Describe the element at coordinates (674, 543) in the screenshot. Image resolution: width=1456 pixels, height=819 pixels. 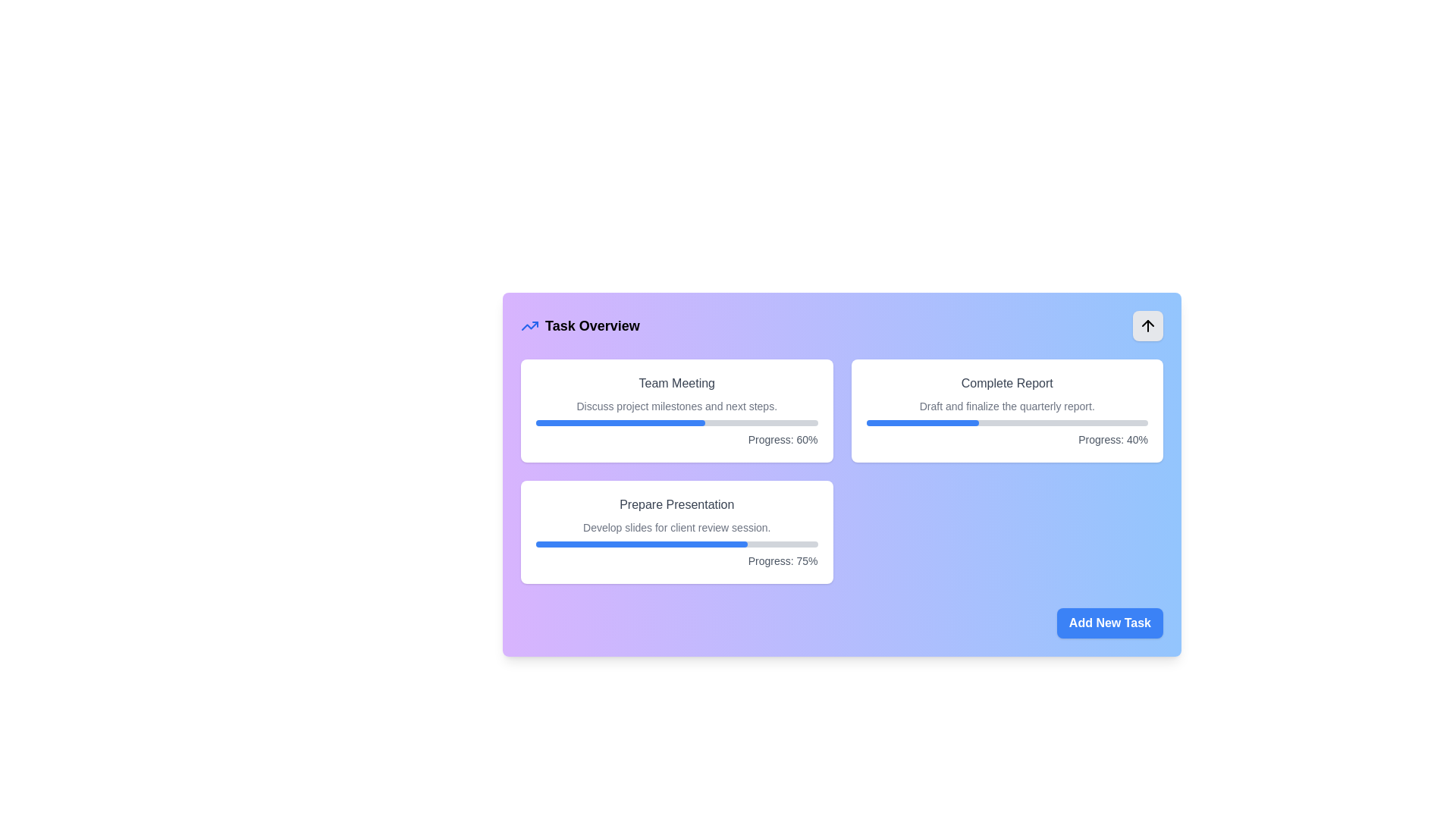
I see `the progress of the 'Prepare Presentation' task` at that location.